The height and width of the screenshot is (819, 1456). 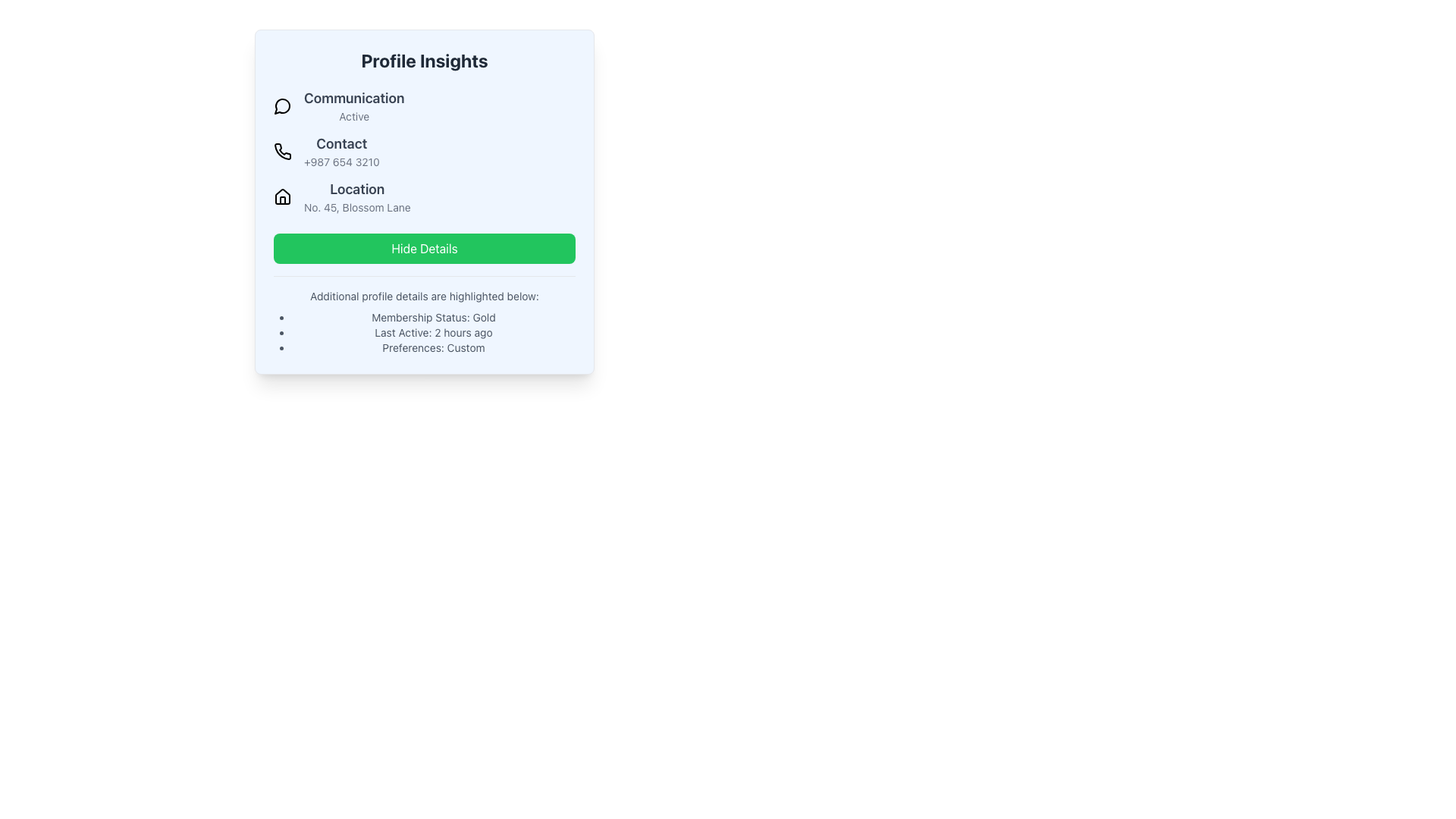 I want to click on the 'Hide Details' button with a green background and white text located within the 'Profile Insights' panel to hide the additional details, so click(x=425, y=247).